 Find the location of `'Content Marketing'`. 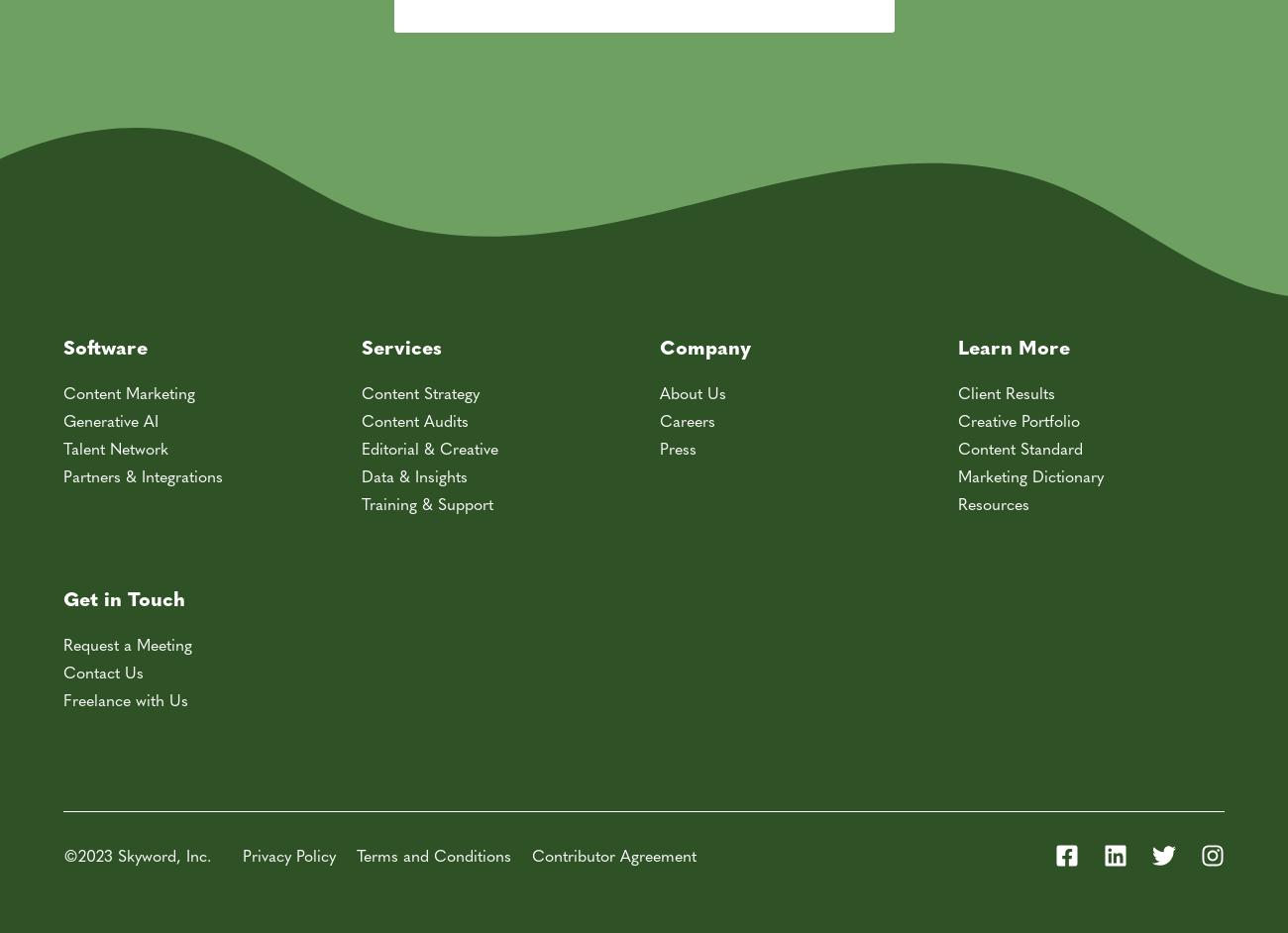

'Content Marketing' is located at coordinates (128, 391).